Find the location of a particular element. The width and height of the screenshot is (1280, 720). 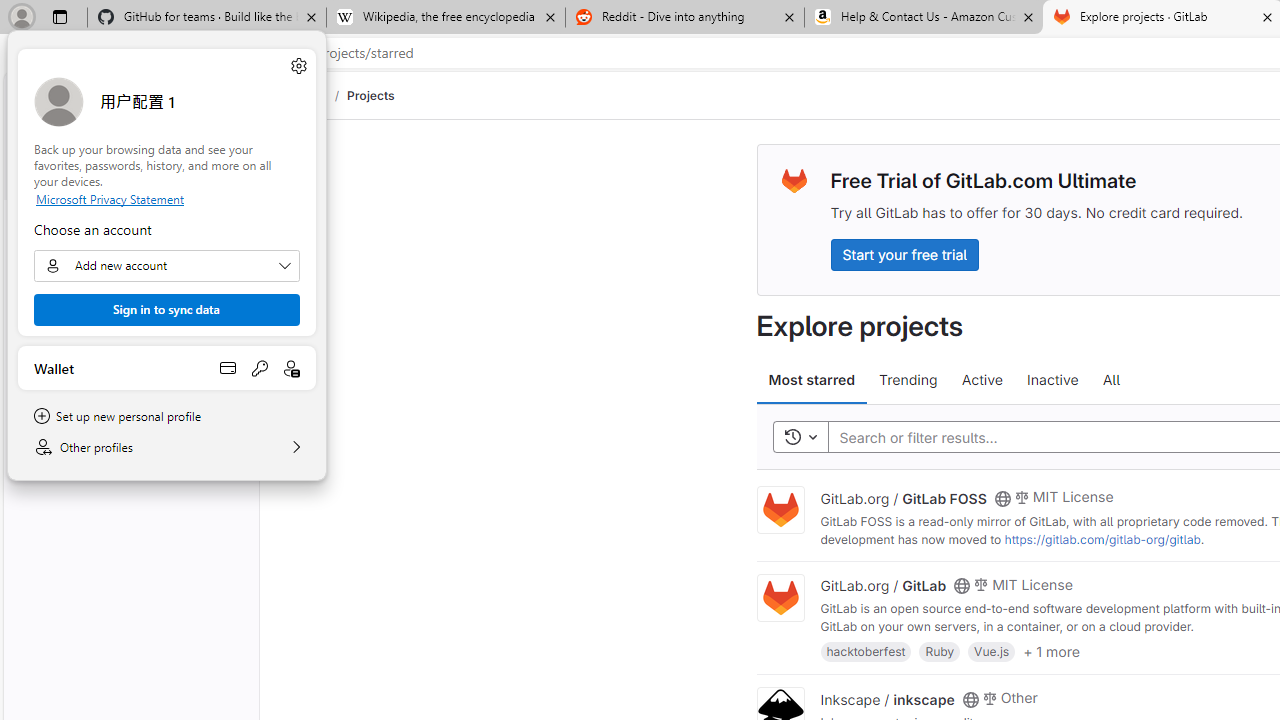

'+ 1 more' is located at coordinates (1050, 650).